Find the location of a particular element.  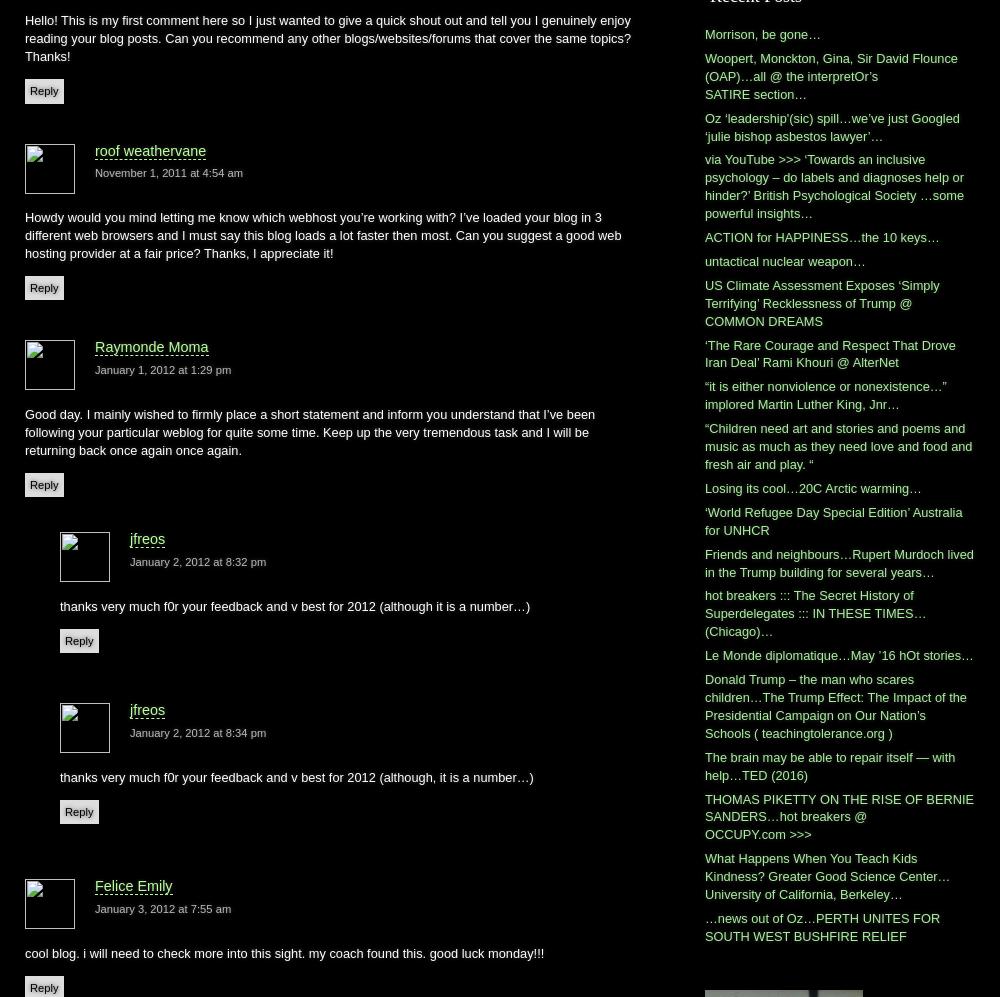

'The brain may be able to repair itself — with help…TED (2016)' is located at coordinates (829, 765).